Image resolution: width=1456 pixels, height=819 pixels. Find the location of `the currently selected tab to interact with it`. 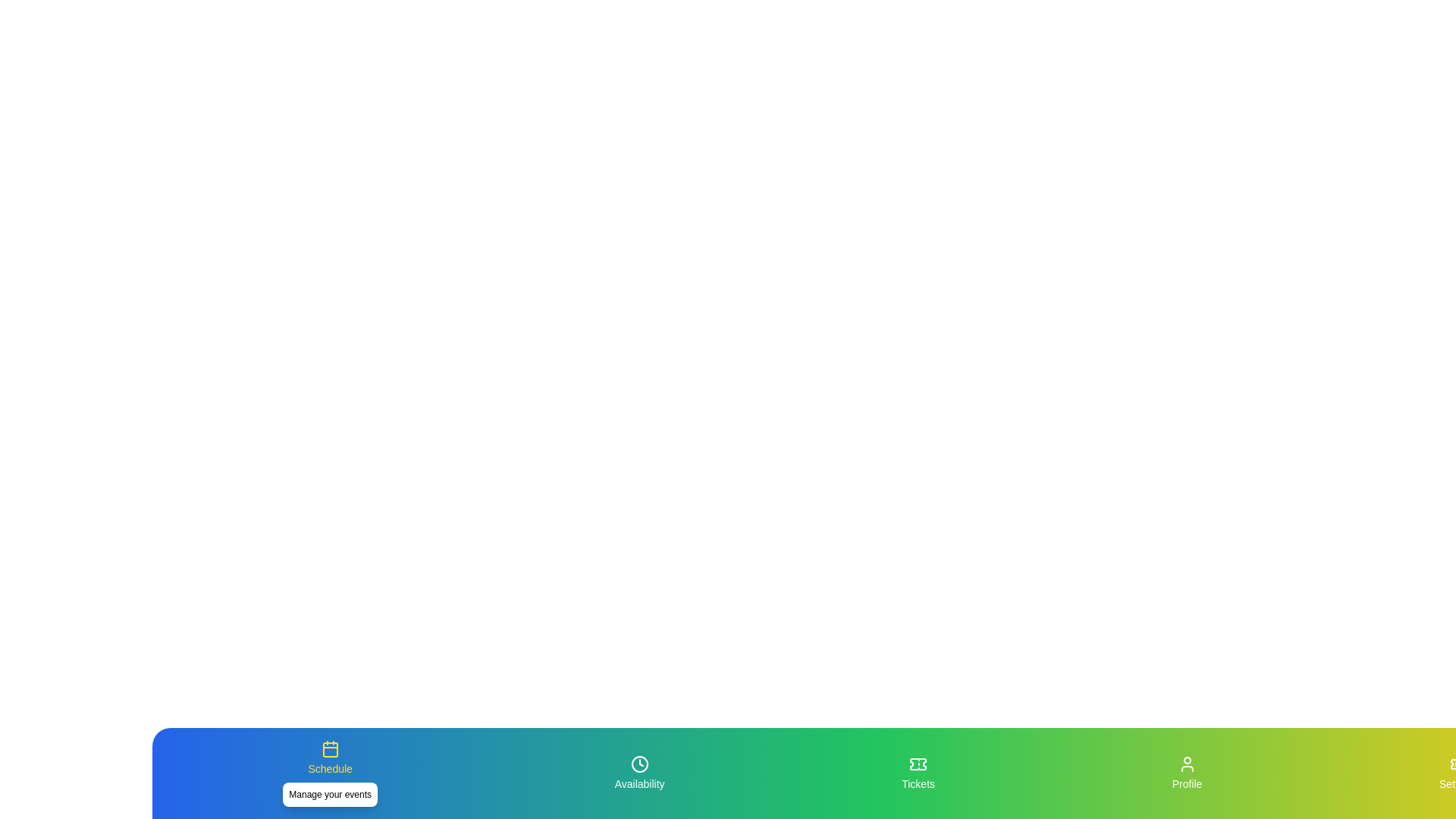

the currently selected tab to interact with it is located at coordinates (329, 773).